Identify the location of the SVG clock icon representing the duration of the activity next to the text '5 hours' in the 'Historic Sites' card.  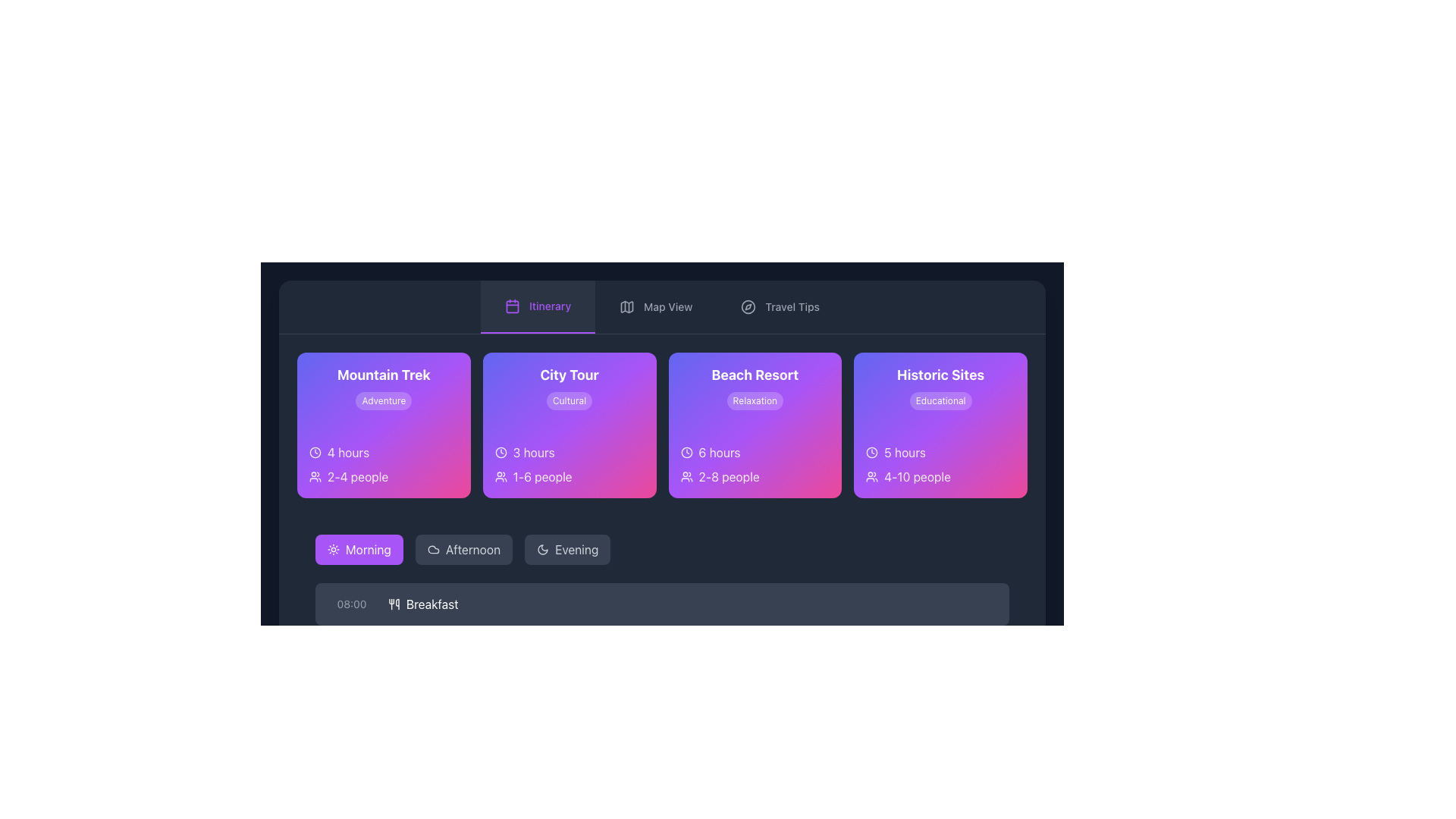
(872, 452).